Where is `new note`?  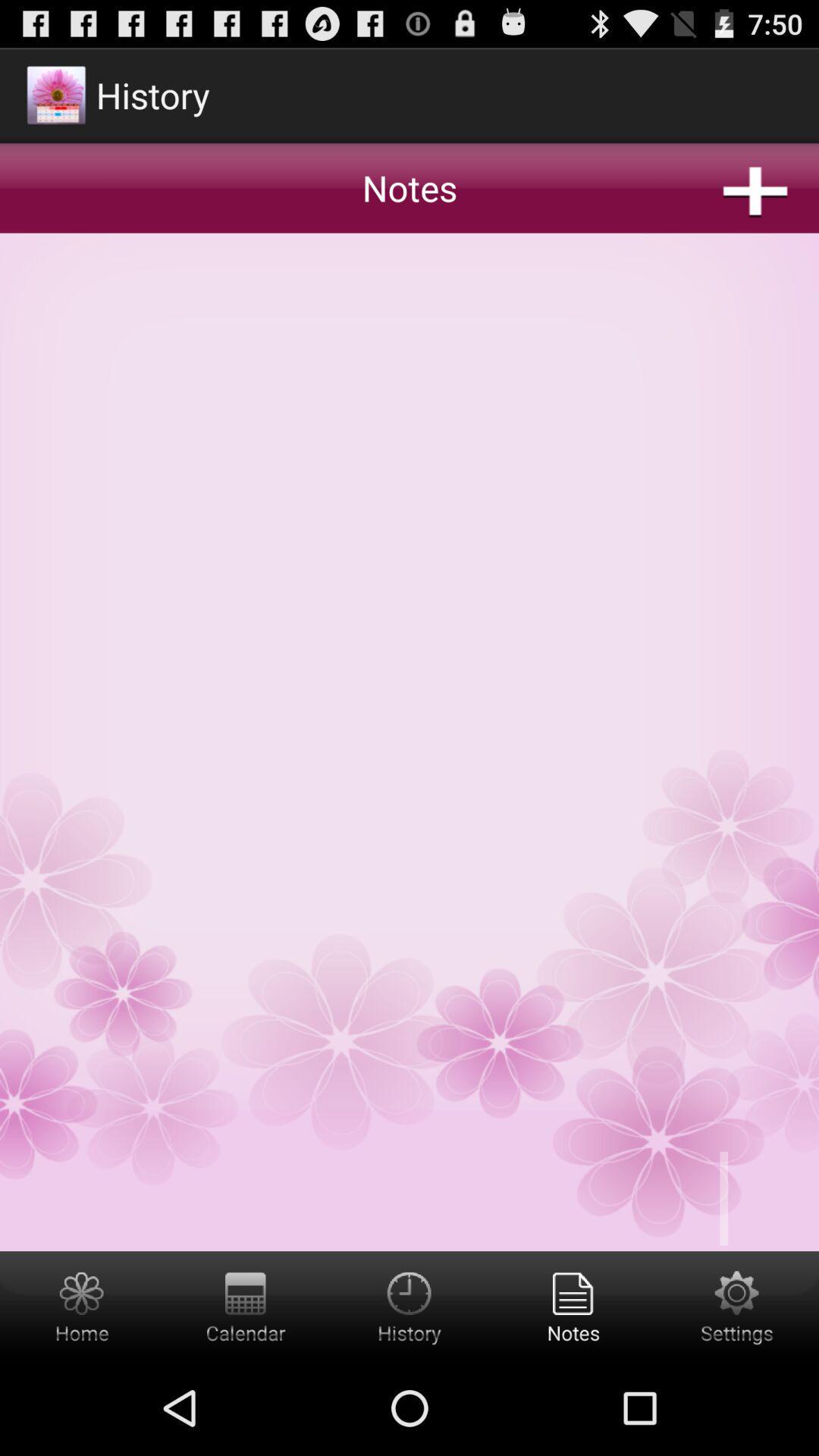
new note is located at coordinates (409, 647).